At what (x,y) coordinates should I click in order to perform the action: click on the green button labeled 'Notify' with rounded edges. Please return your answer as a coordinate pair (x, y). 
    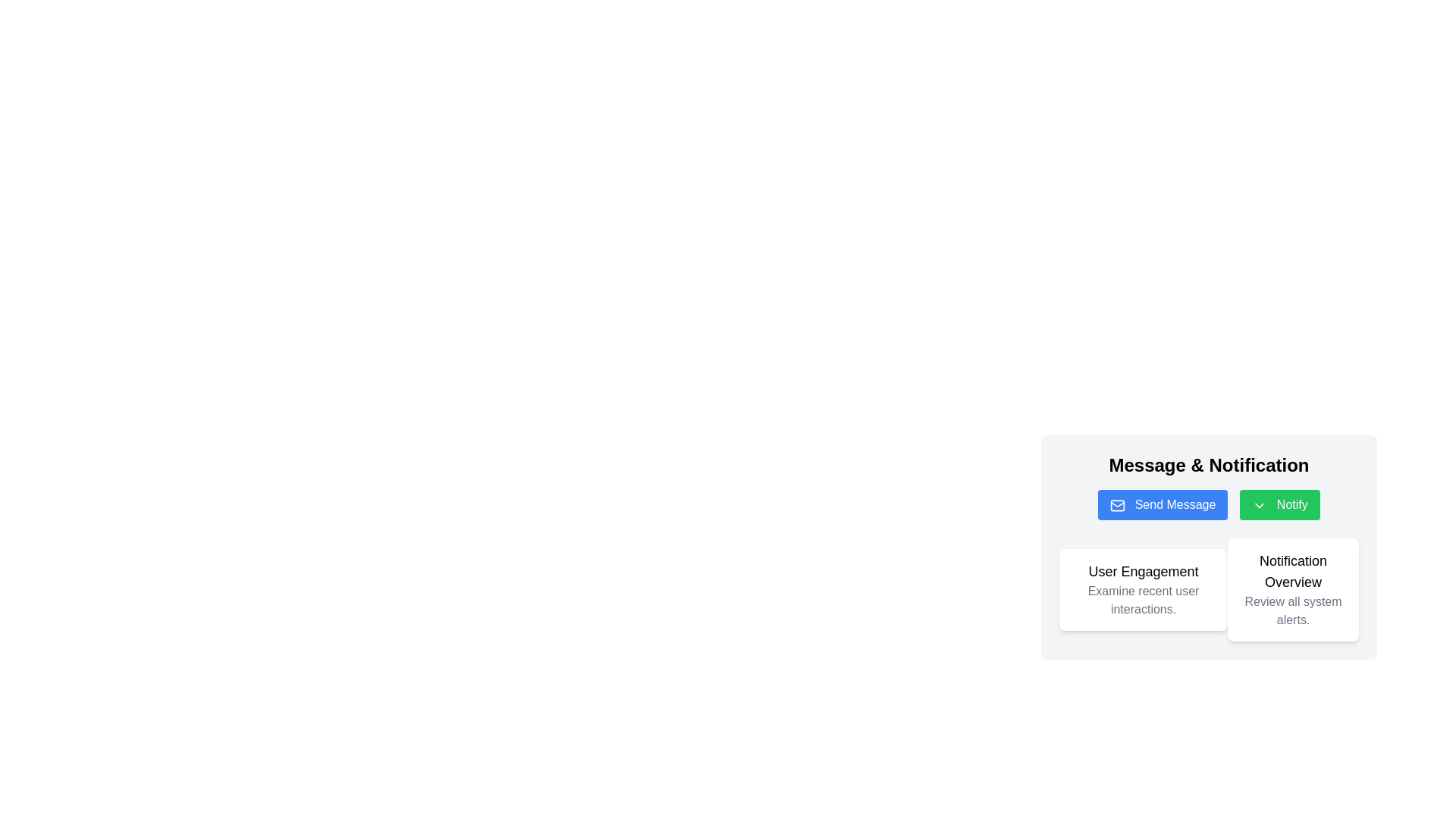
    Looking at the image, I should click on (1279, 505).